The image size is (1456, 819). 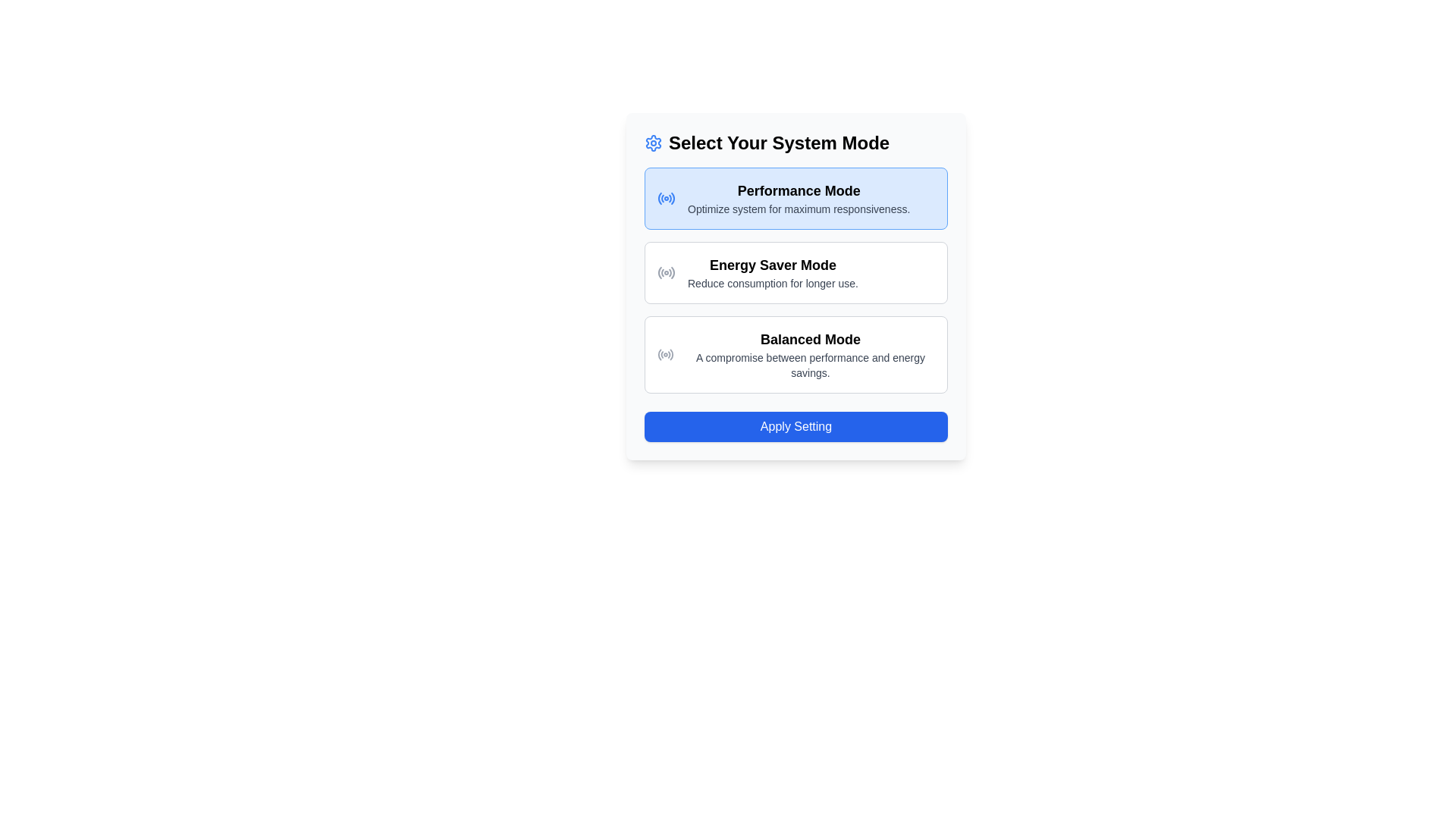 I want to click on the 'Performance Mode' button, which is the topmost option in the list of system mode options, featuring a light blue background and bold black text, so click(x=795, y=198).